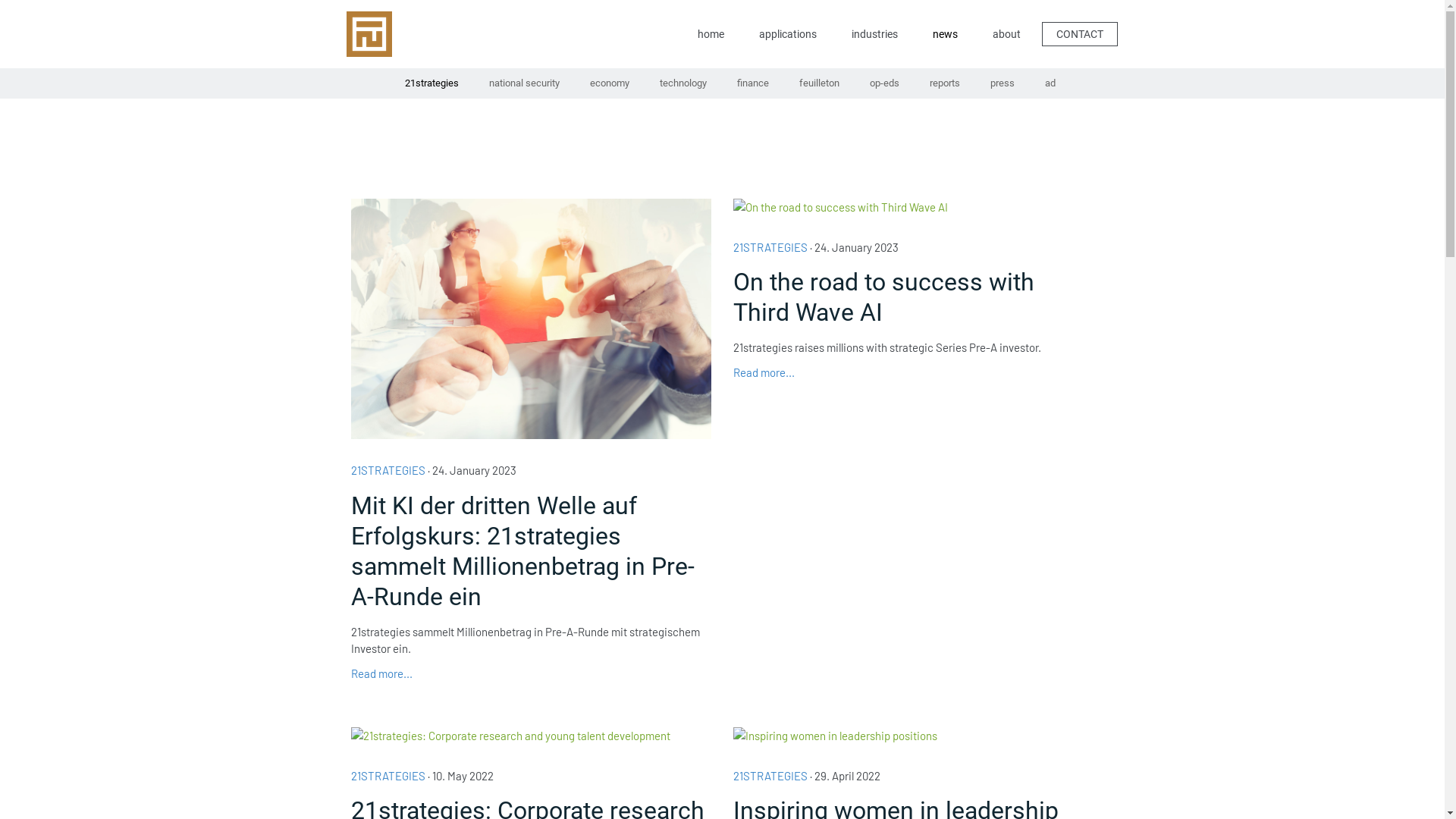 This screenshot has height=819, width=1456. I want to click on 'Read more...', so click(764, 372).